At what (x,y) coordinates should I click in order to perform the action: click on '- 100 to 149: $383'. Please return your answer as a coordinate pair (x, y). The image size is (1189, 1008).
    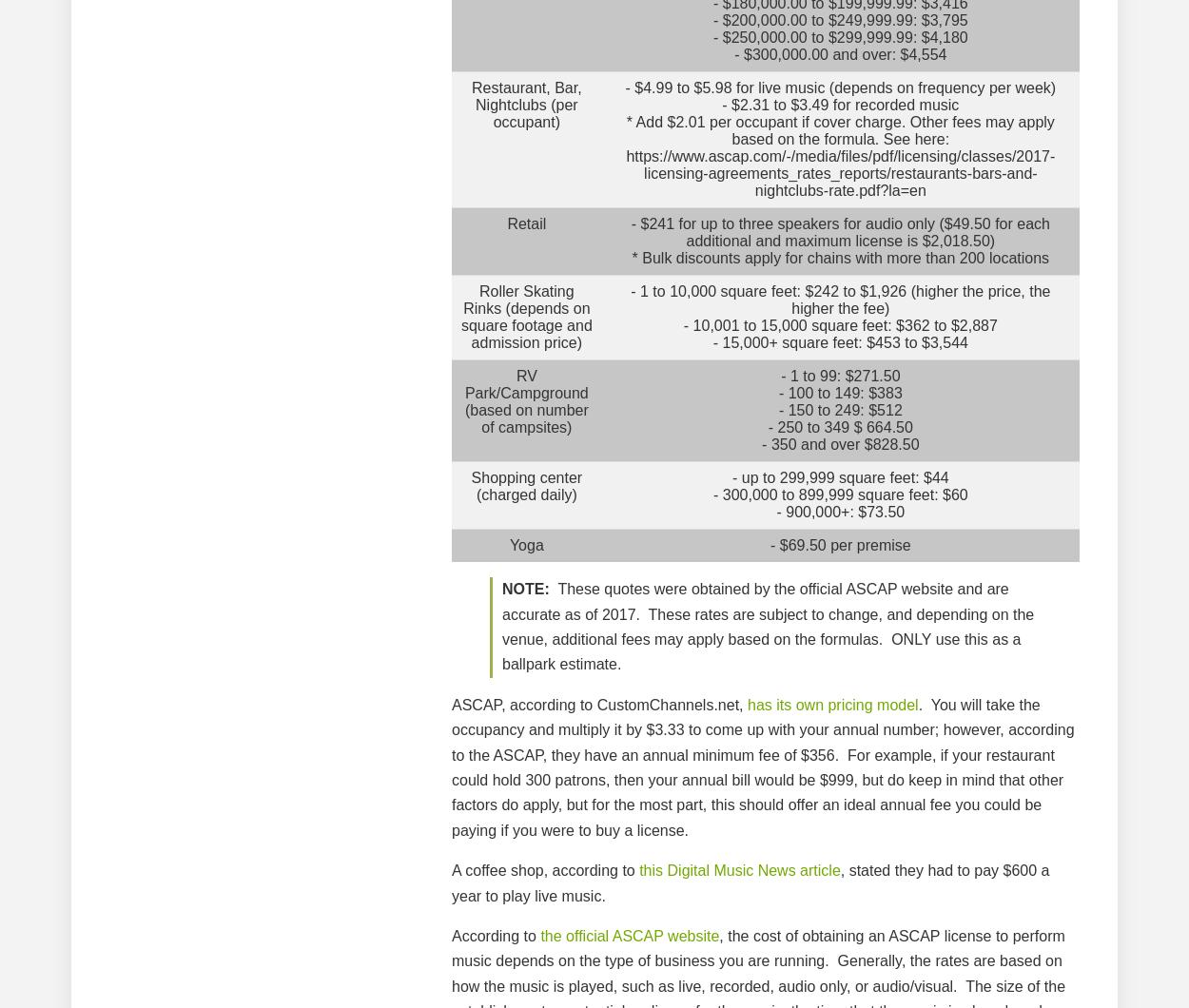
    Looking at the image, I should click on (840, 392).